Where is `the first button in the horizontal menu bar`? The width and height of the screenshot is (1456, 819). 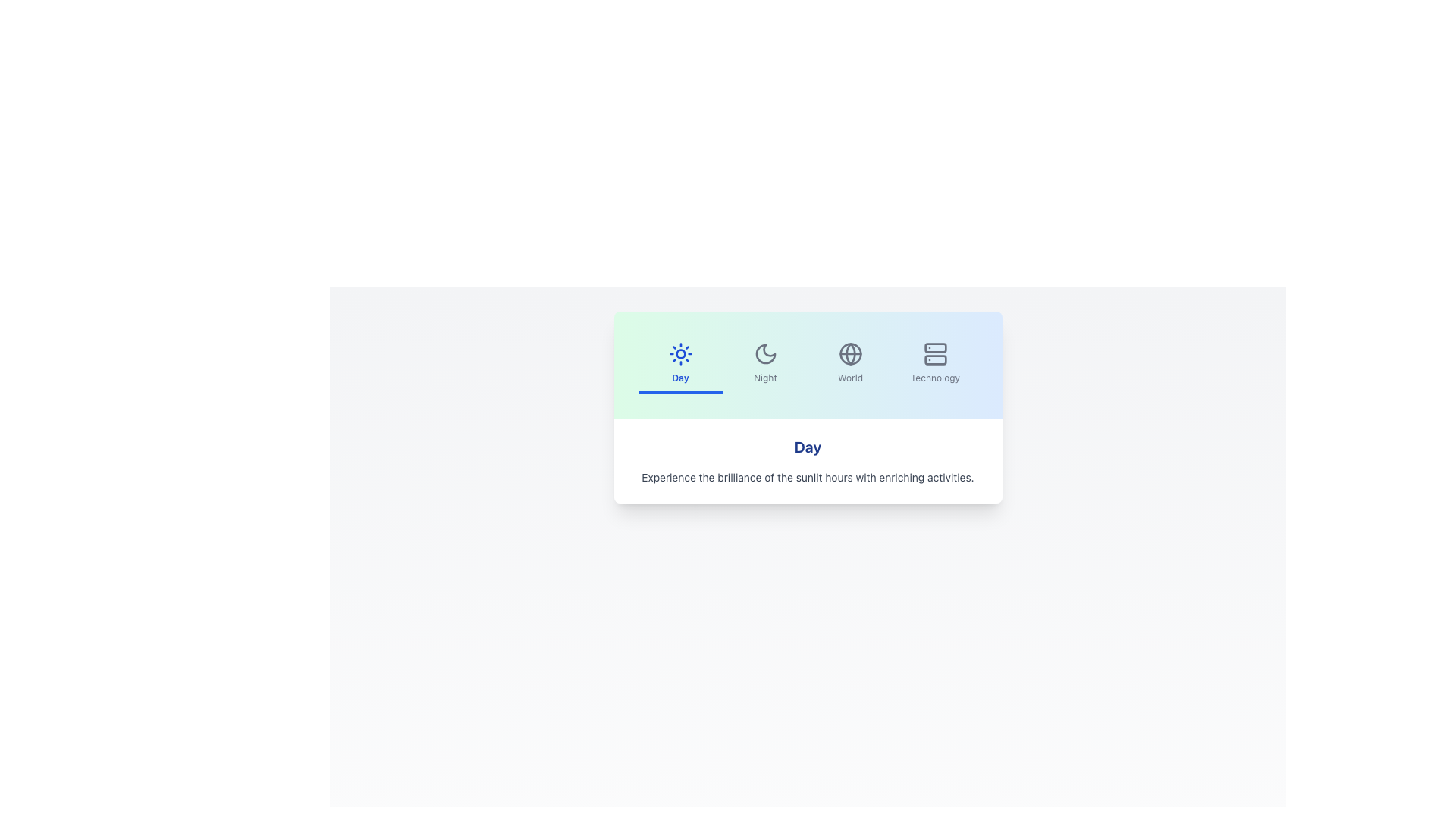 the first button in the horizontal menu bar is located at coordinates (679, 365).